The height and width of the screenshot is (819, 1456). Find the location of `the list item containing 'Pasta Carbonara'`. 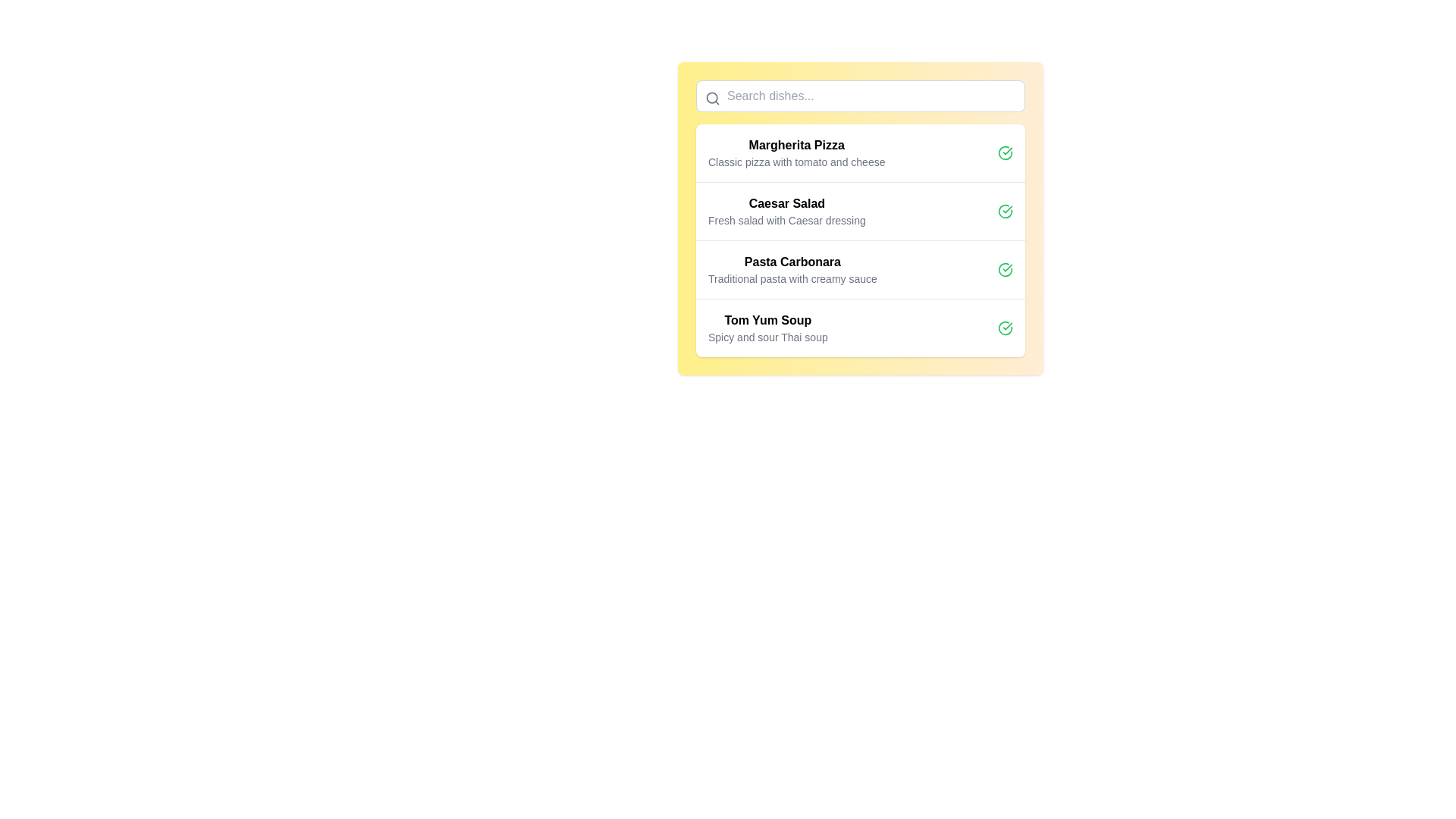

the list item containing 'Pasta Carbonara' is located at coordinates (860, 268).